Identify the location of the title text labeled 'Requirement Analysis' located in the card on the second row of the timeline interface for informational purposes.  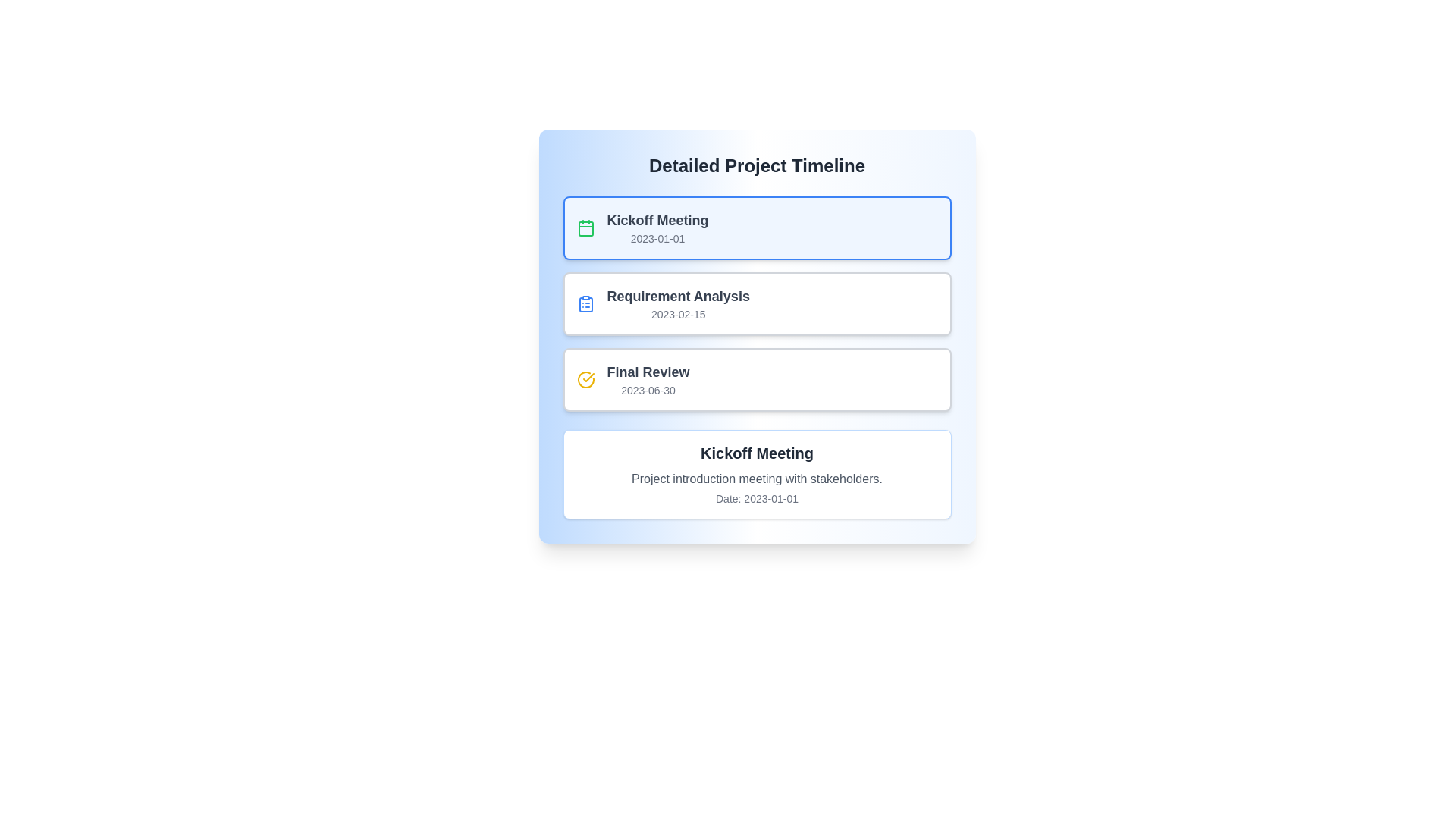
(677, 296).